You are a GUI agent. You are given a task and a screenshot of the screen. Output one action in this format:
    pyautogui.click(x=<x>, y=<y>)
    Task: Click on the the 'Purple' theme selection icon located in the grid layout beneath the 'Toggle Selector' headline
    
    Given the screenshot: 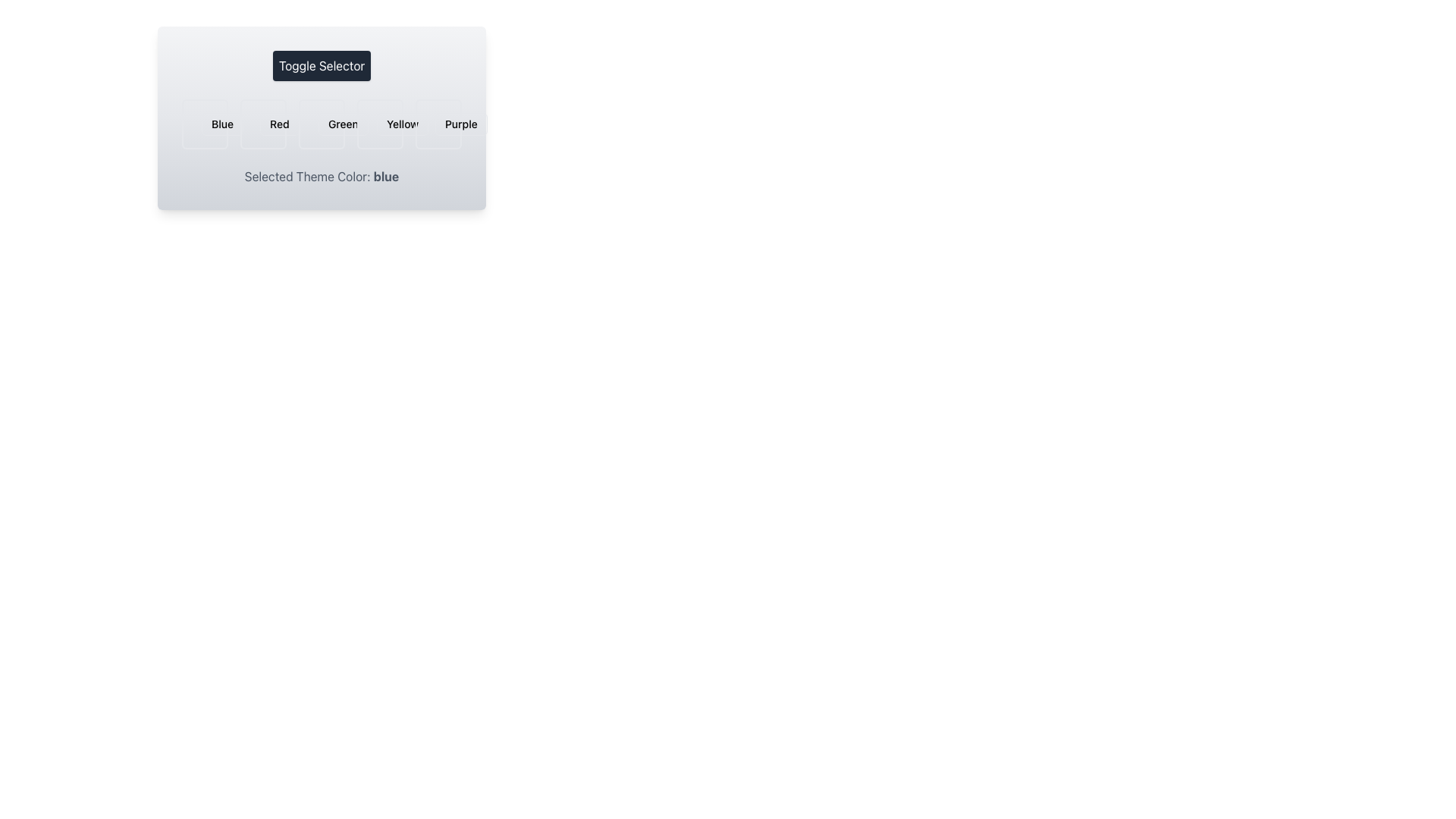 What is the action you would take?
    pyautogui.click(x=437, y=124)
    